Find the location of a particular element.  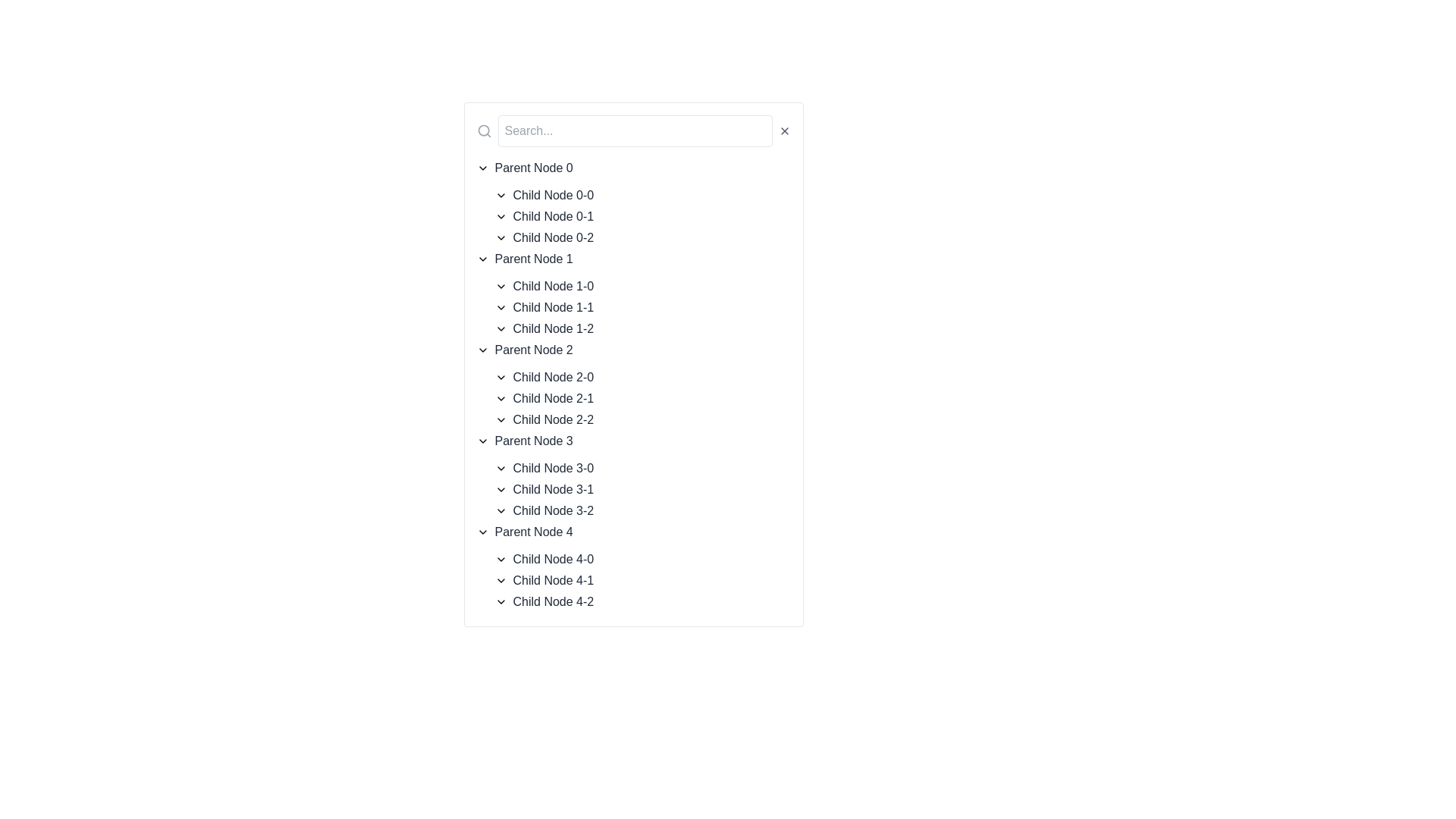

search icon represented as a gray magnifying glass located to the left of the search input field in the top section of the interface for accessibility is located at coordinates (483, 130).